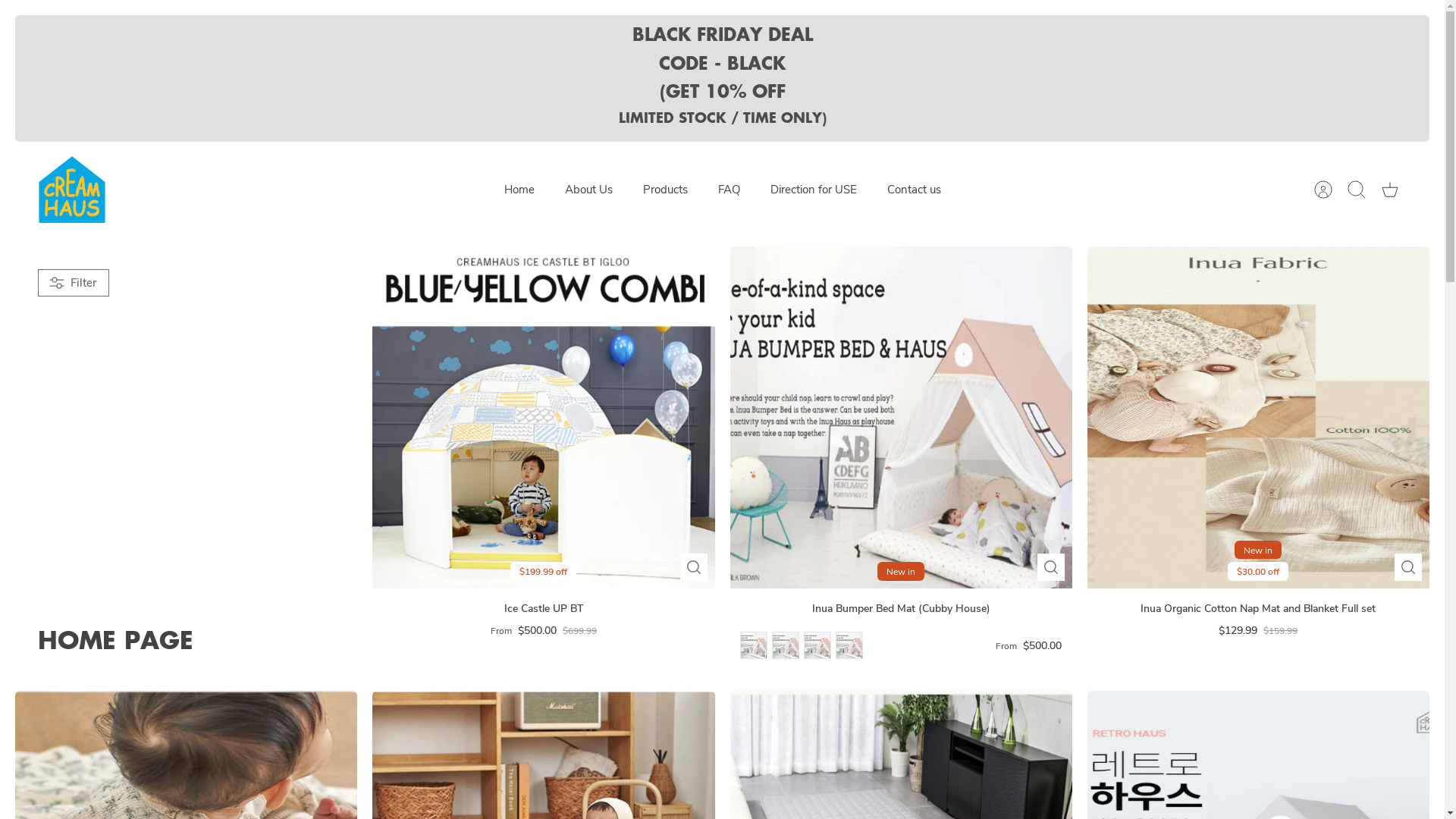 The height and width of the screenshot is (819, 1456). Describe the element at coordinates (549, 188) in the screenshot. I see `'About Us'` at that location.